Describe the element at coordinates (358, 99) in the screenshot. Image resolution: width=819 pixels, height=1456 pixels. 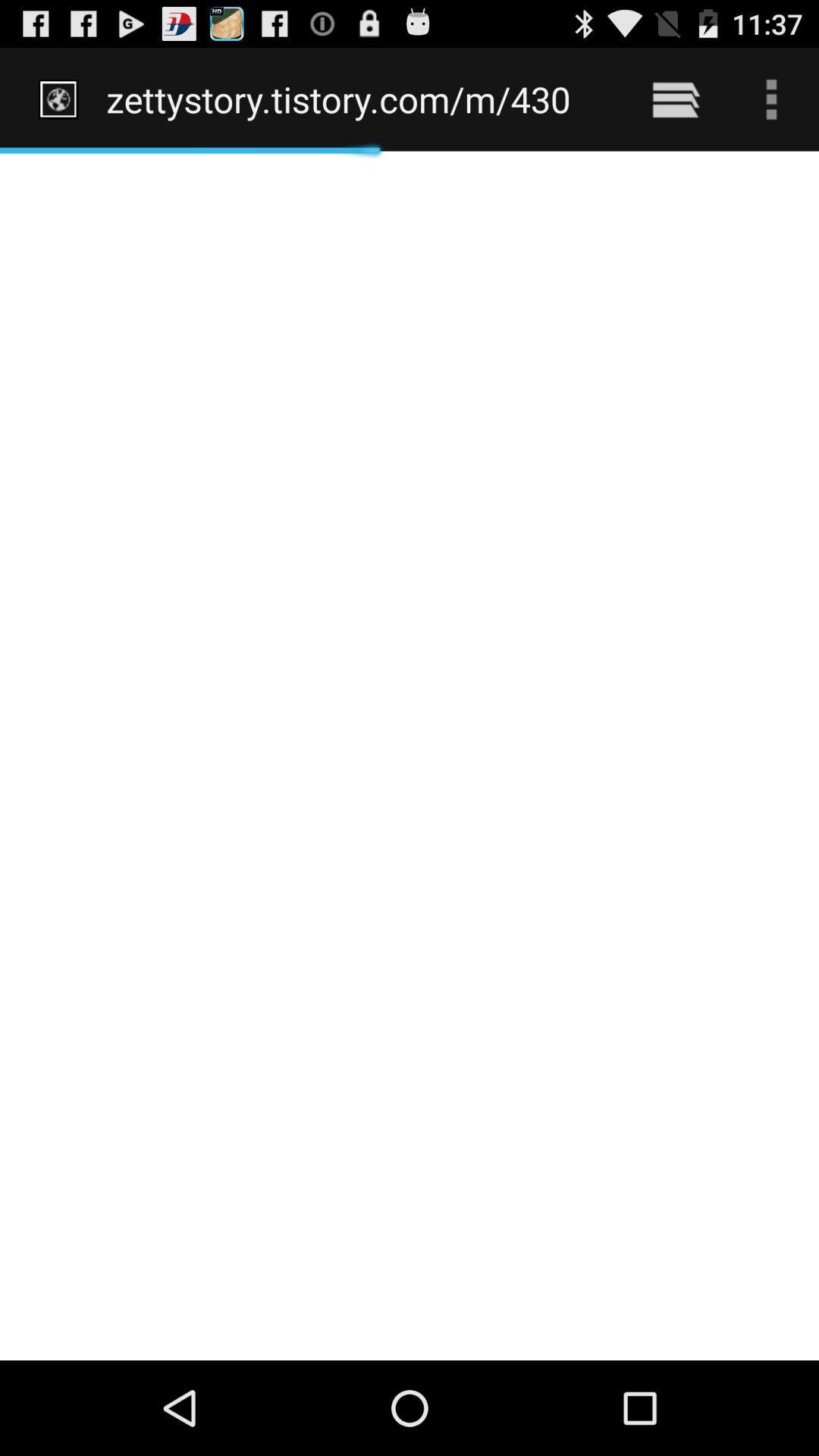
I see `the zettystory tistory com` at that location.